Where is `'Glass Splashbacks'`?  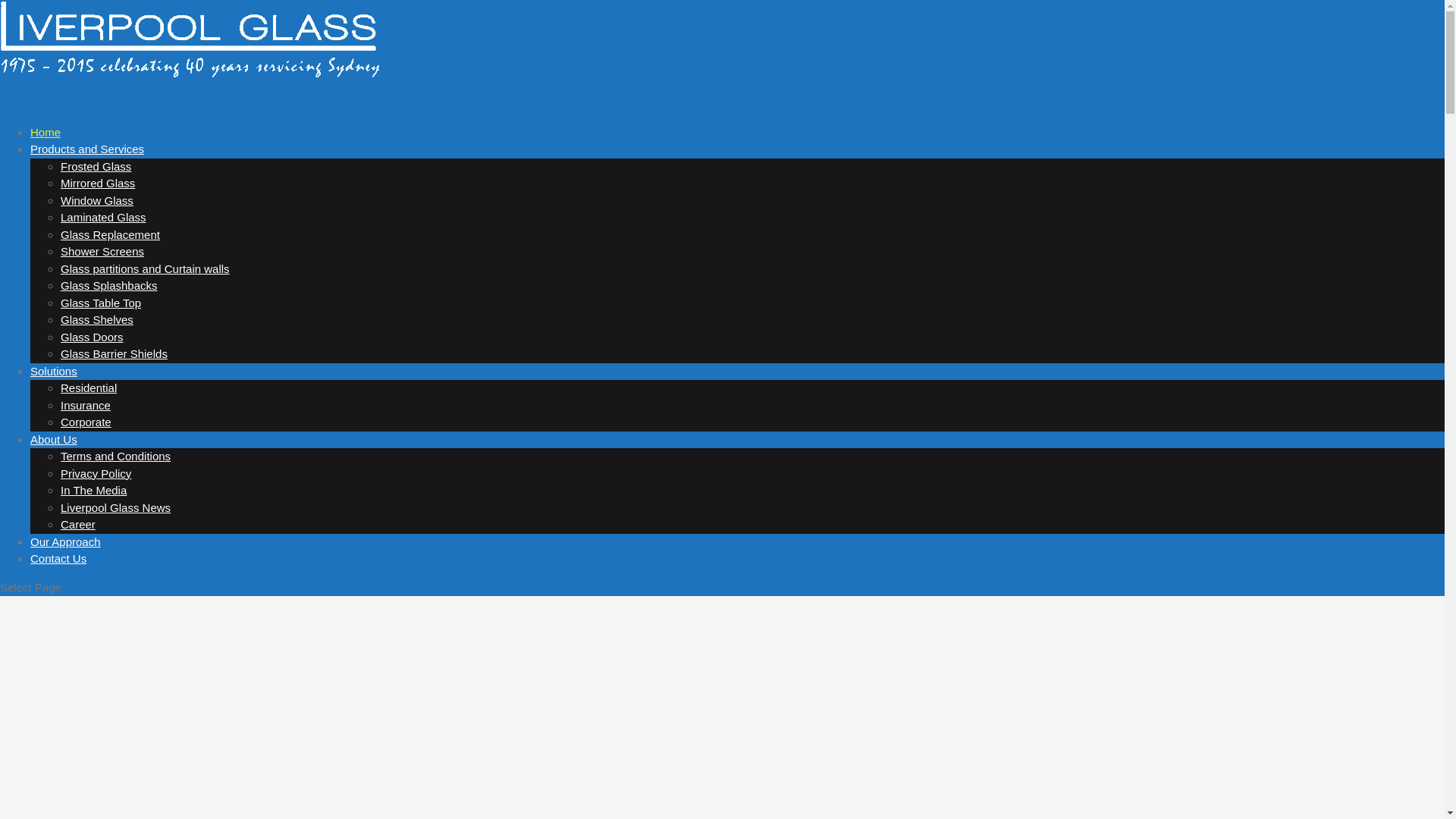 'Glass Splashbacks' is located at coordinates (61, 285).